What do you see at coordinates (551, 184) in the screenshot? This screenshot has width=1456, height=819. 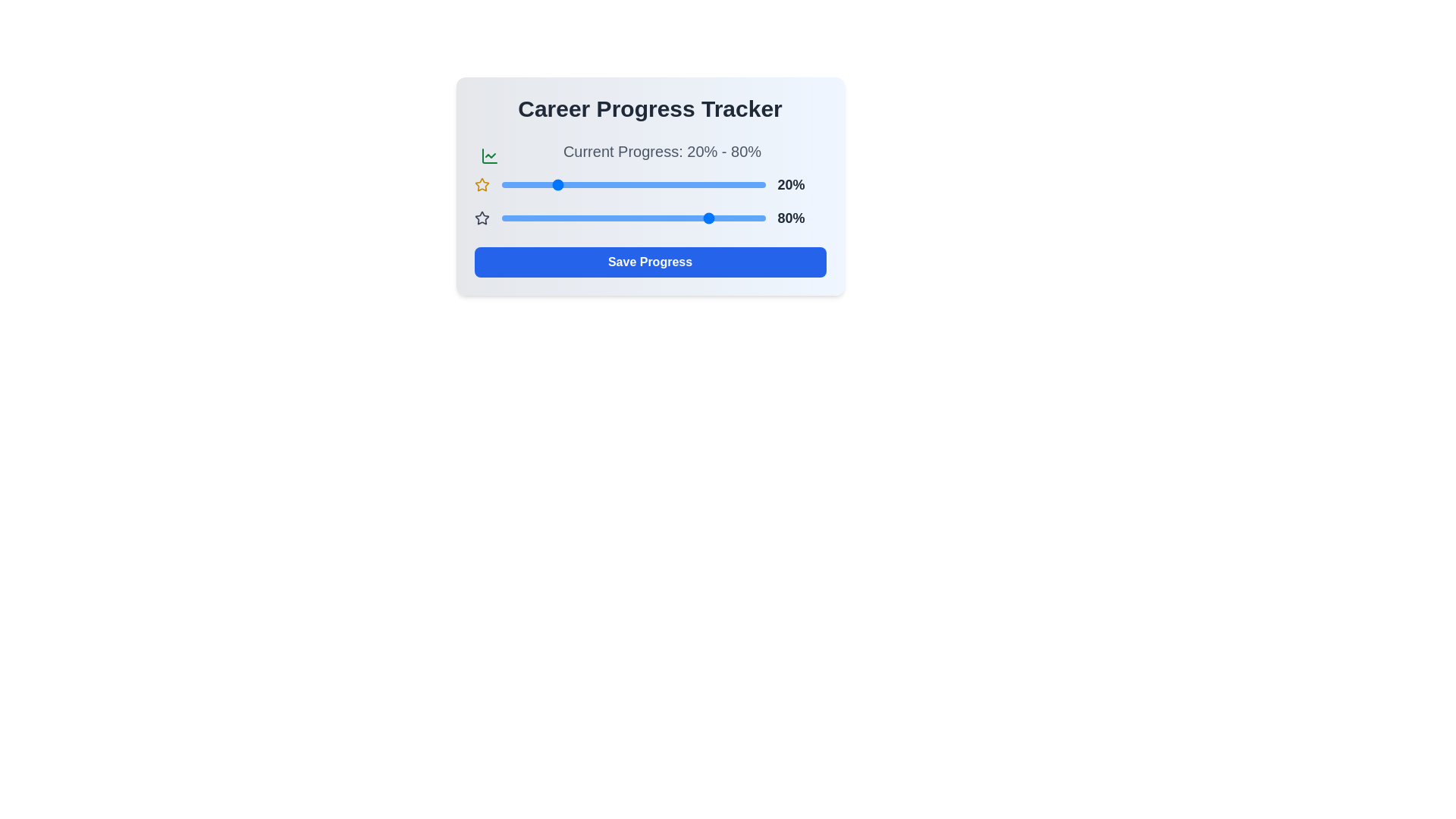 I see `the progress slider for the first value to 19%` at bounding box center [551, 184].